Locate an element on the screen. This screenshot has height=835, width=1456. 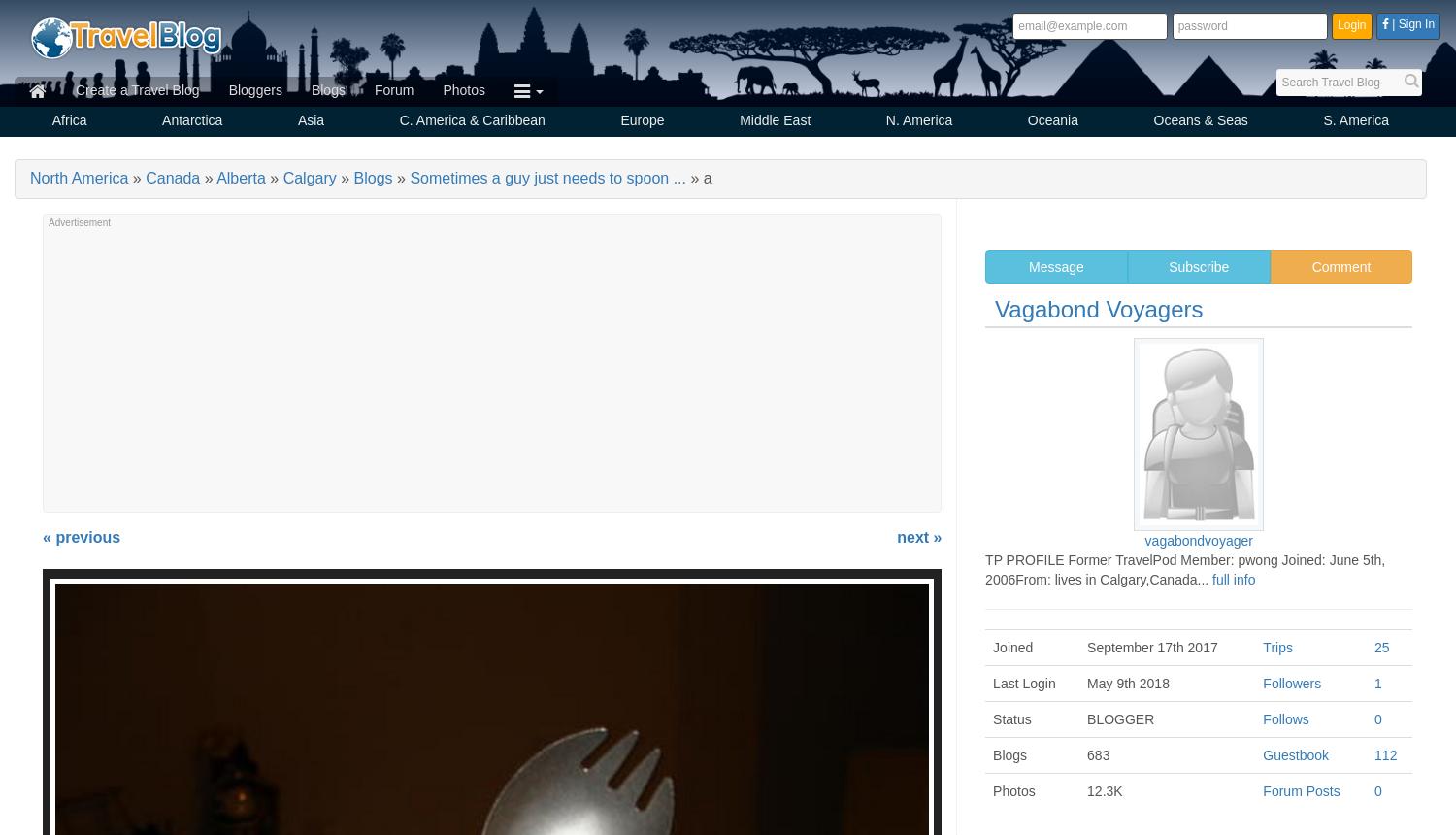
'C. America & Caribbean' is located at coordinates (471, 120).